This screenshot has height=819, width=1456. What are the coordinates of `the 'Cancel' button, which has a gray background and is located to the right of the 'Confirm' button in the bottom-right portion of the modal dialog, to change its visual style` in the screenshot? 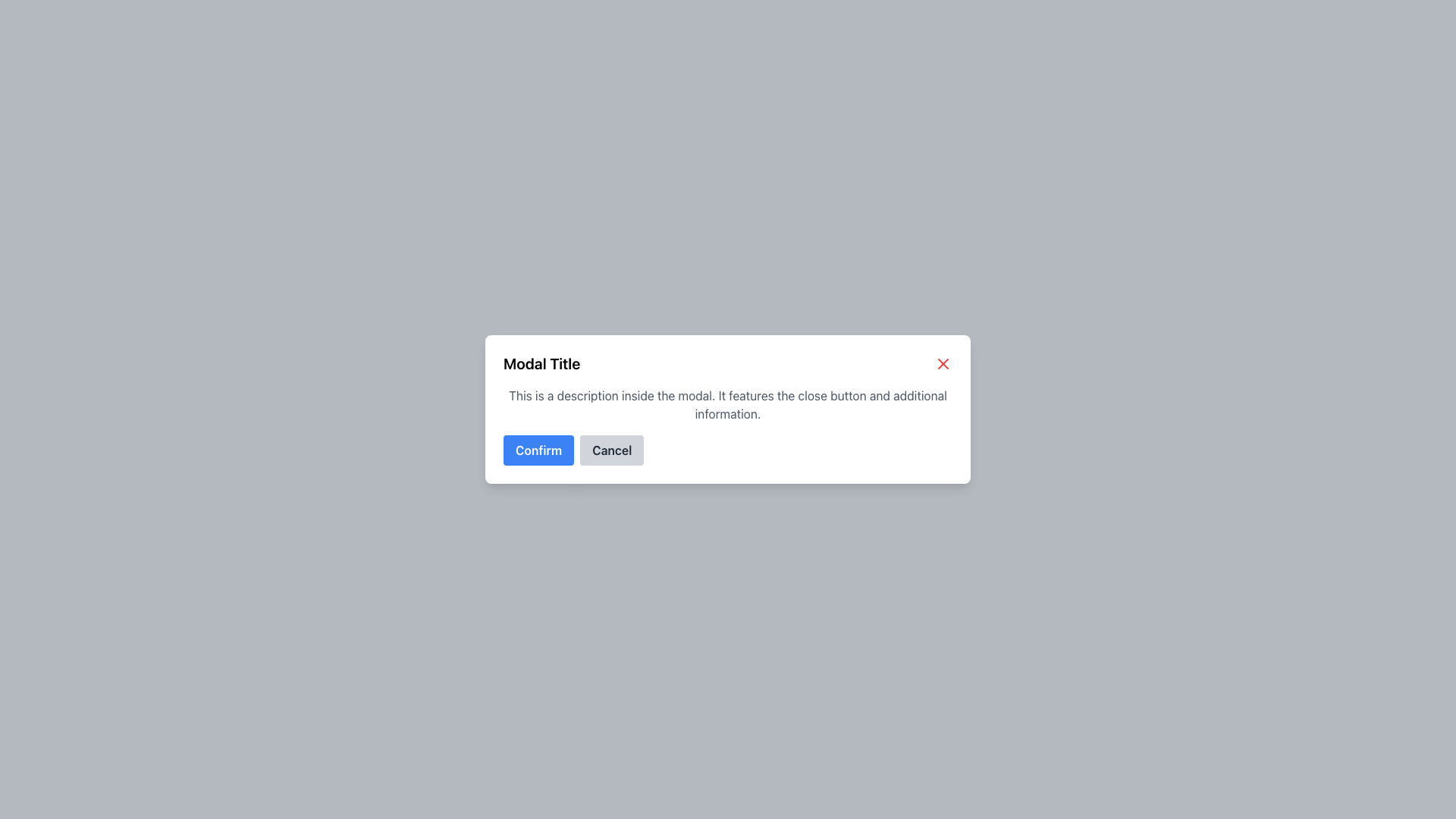 It's located at (612, 450).